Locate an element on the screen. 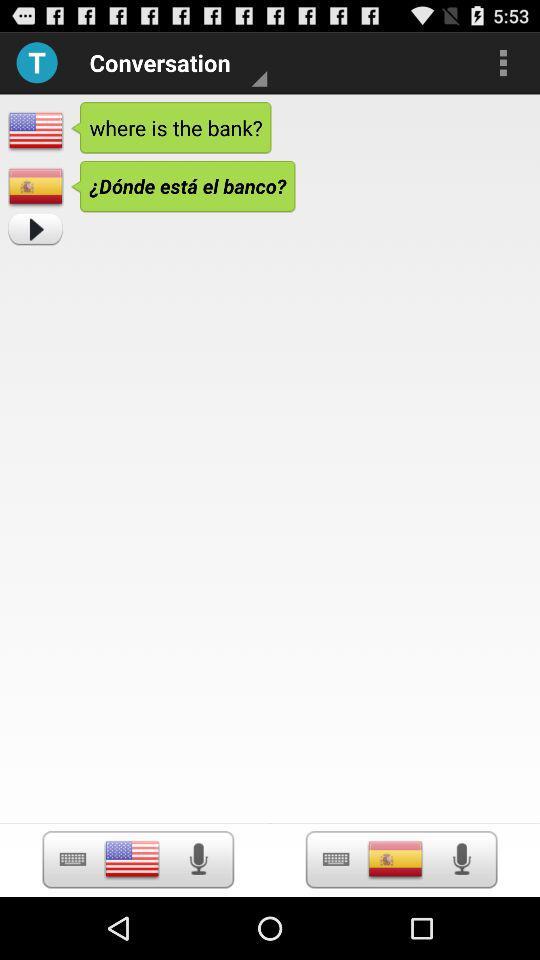  translate to is located at coordinates (395, 858).